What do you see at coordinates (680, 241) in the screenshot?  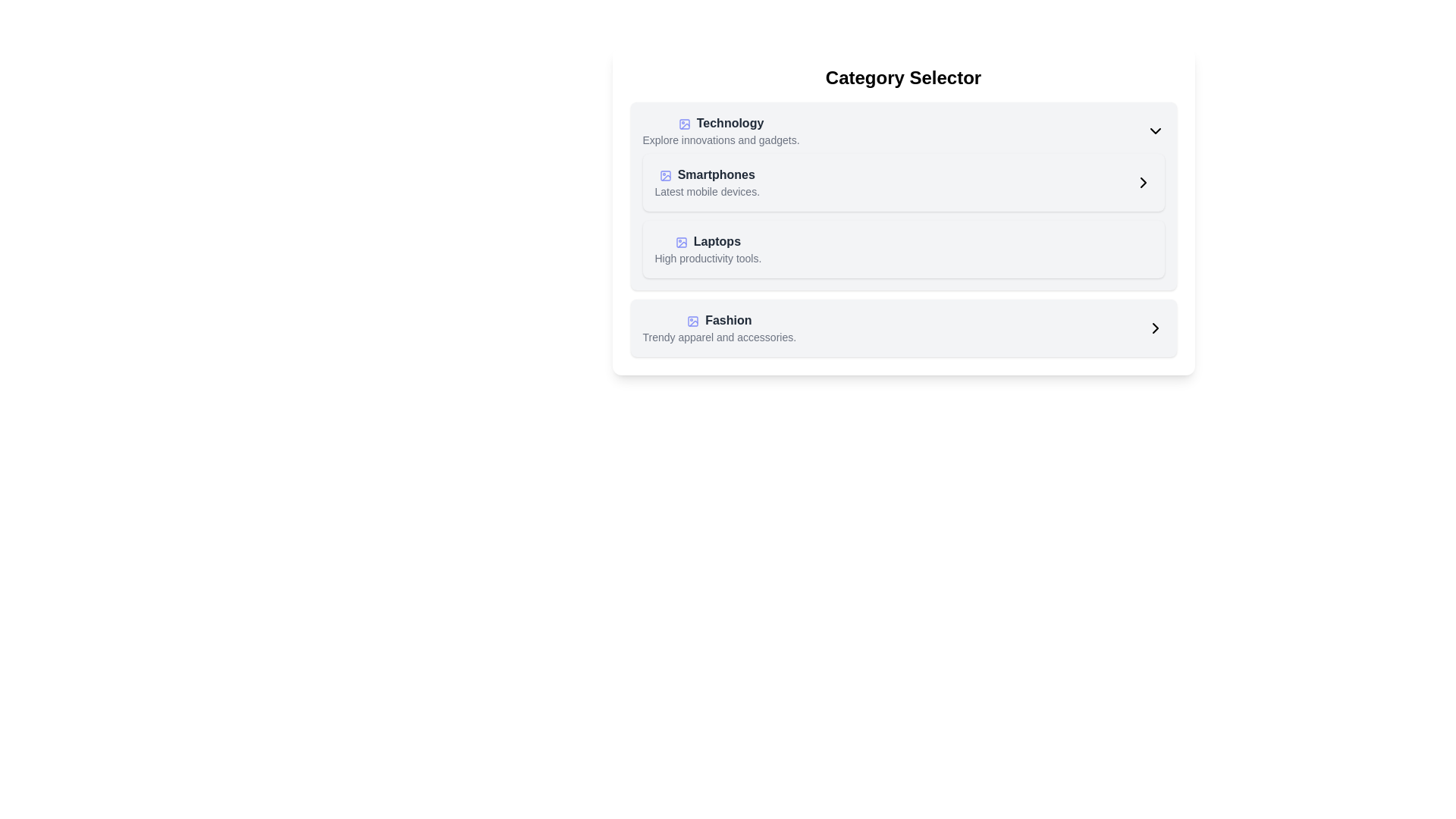 I see `the Vector icon representing the 'Laptops' category located to the left of the text label in the third row of the category list` at bounding box center [680, 241].